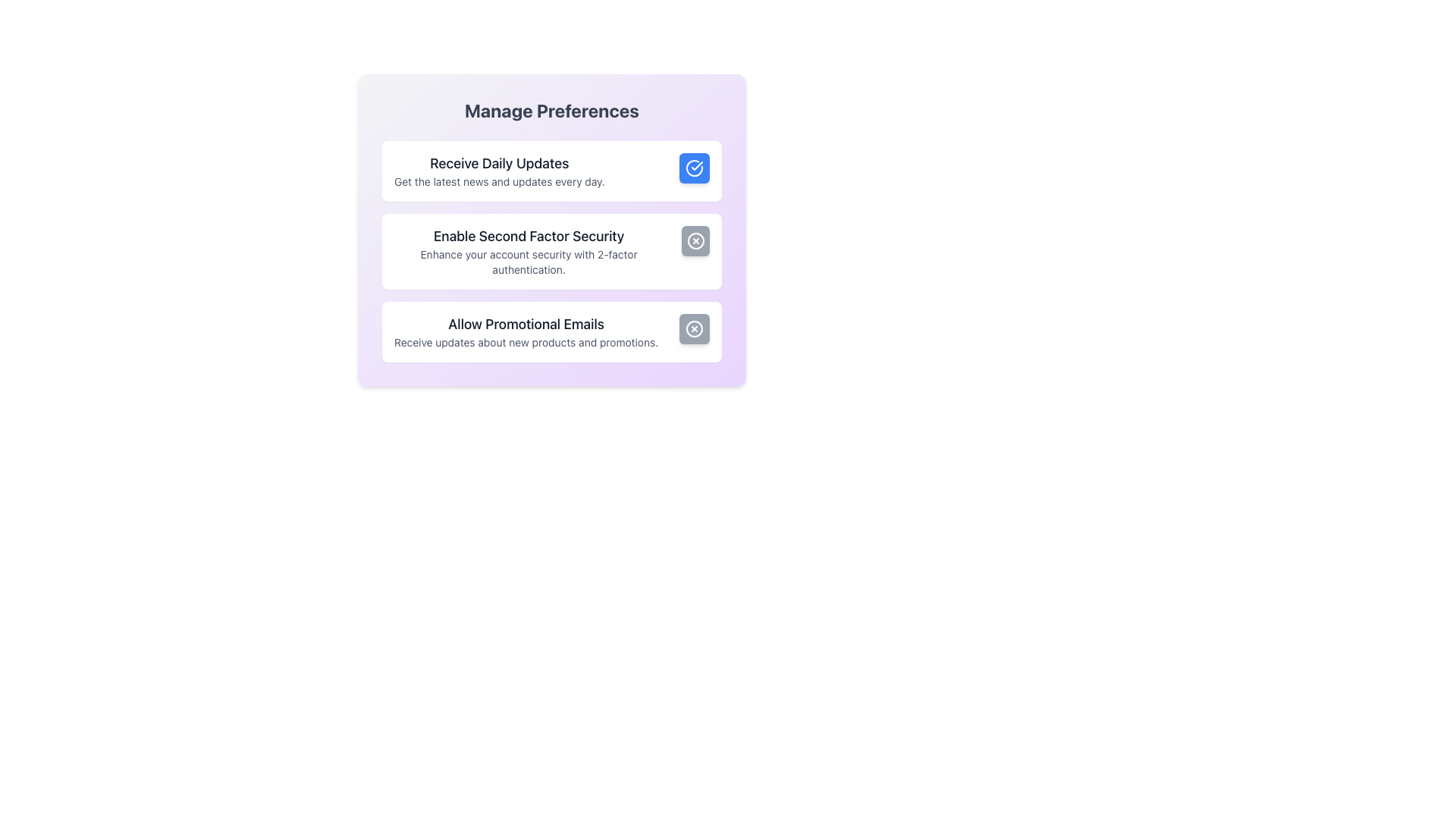 The image size is (1456, 819). Describe the element at coordinates (694, 168) in the screenshot. I see `the blue circular button with a white checkmark icon` at that location.